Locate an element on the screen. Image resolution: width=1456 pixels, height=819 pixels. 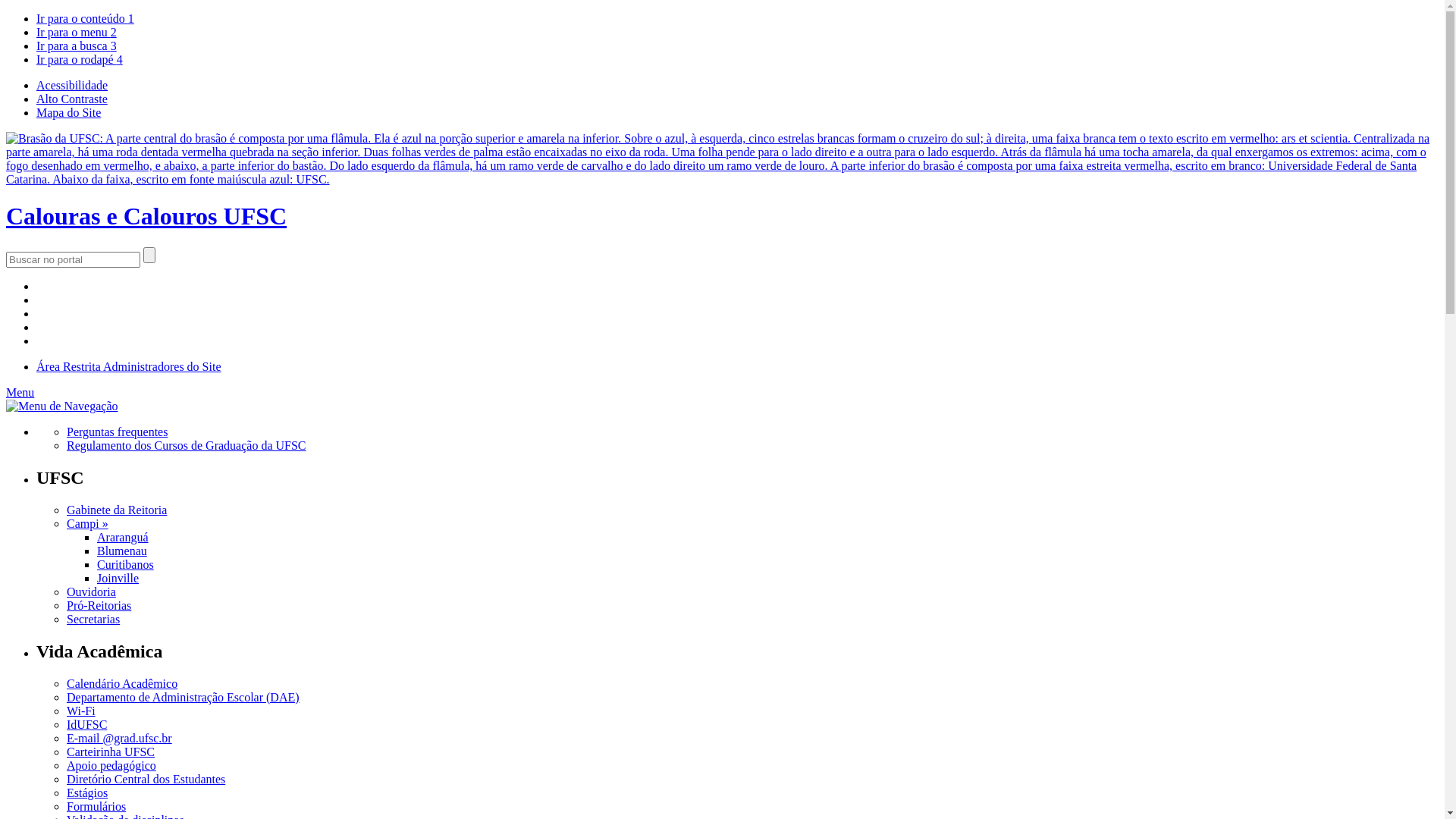
'Gabinete da Reitoria' is located at coordinates (115, 510).